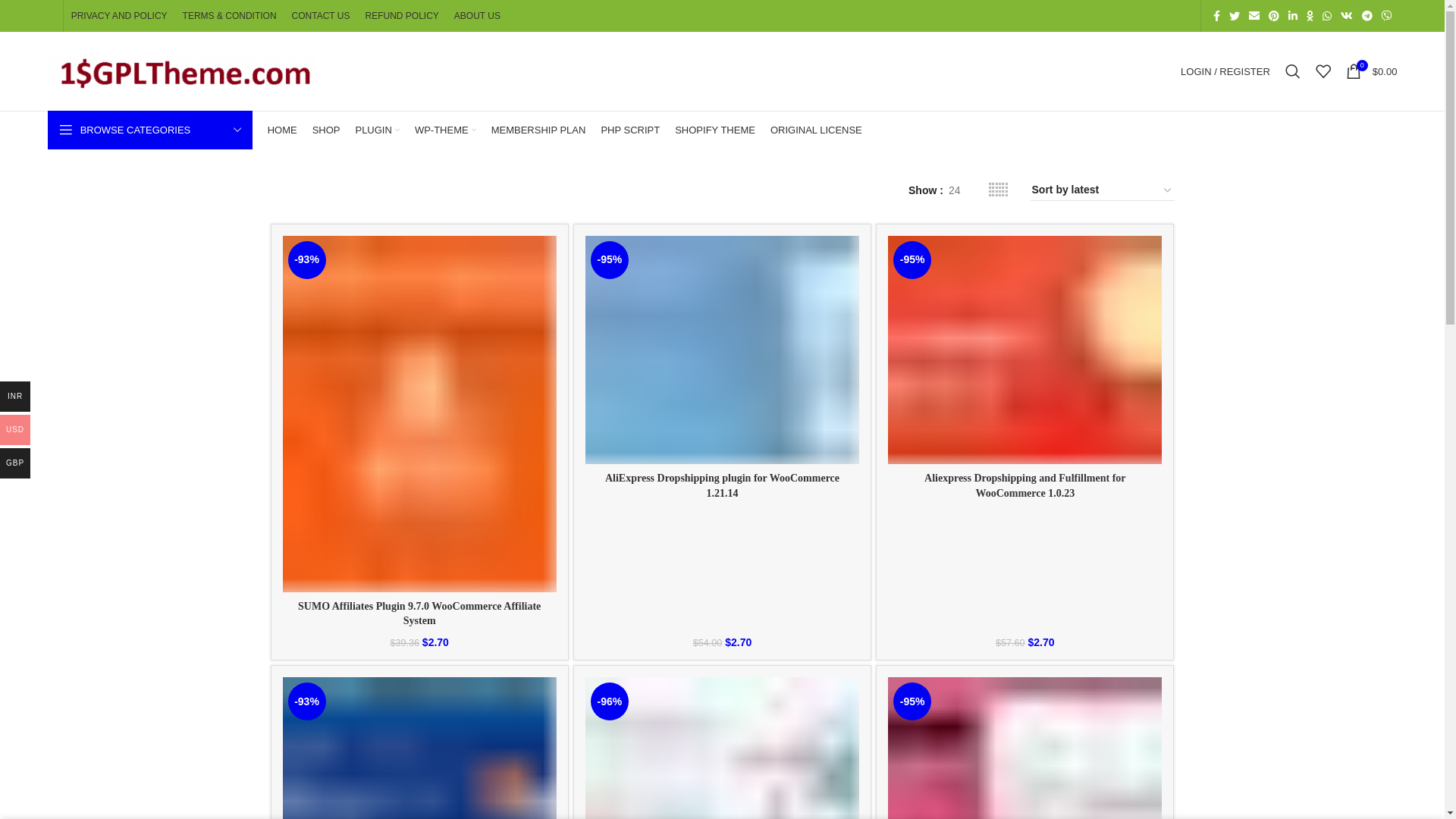  Describe the element at coordinates (291, 15) in the screenshot. I see `'CONTACT US'` at that location.